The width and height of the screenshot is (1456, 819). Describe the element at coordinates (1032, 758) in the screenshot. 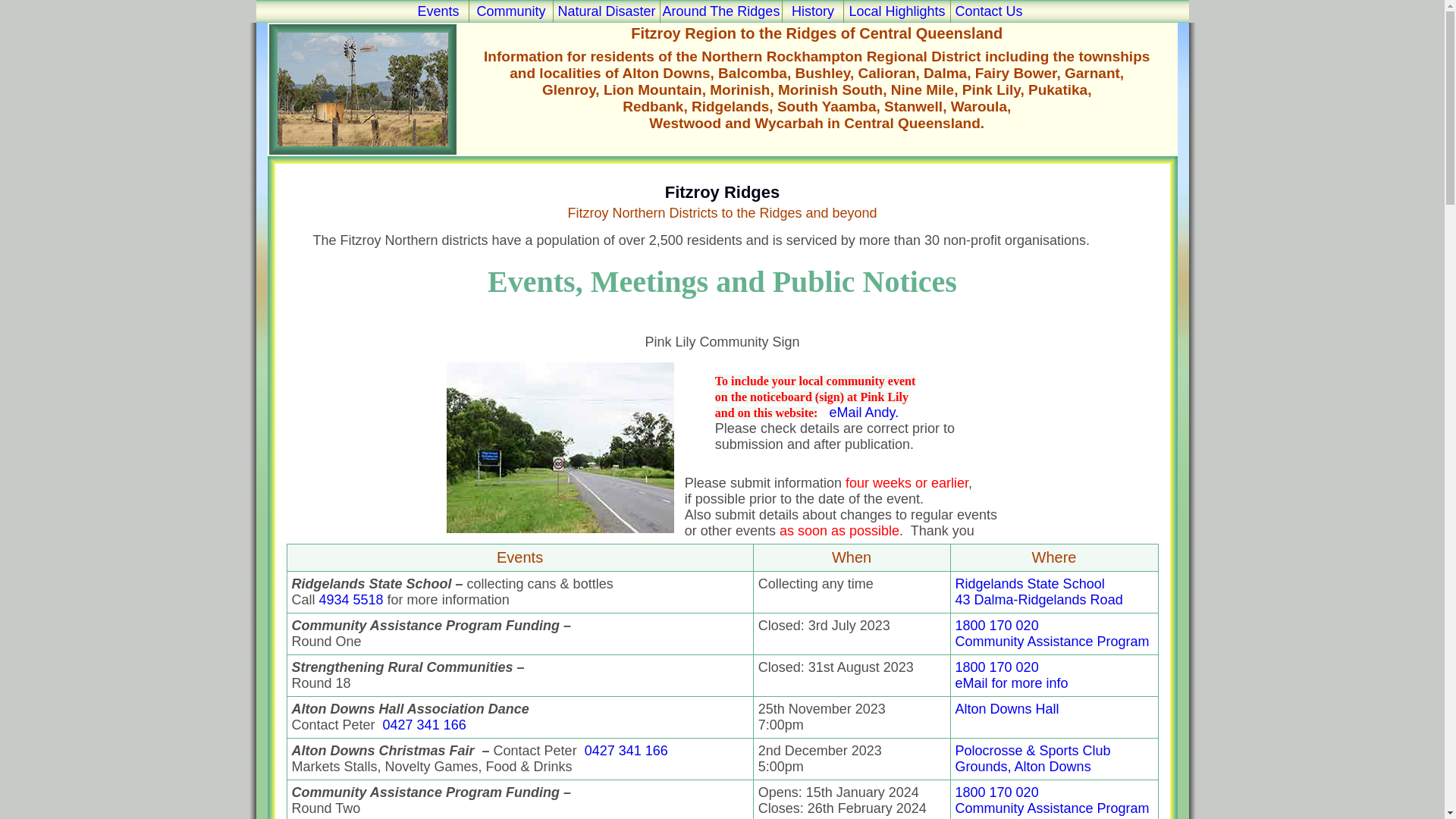

I see `'Polocrosse & Sports Club` at that location.